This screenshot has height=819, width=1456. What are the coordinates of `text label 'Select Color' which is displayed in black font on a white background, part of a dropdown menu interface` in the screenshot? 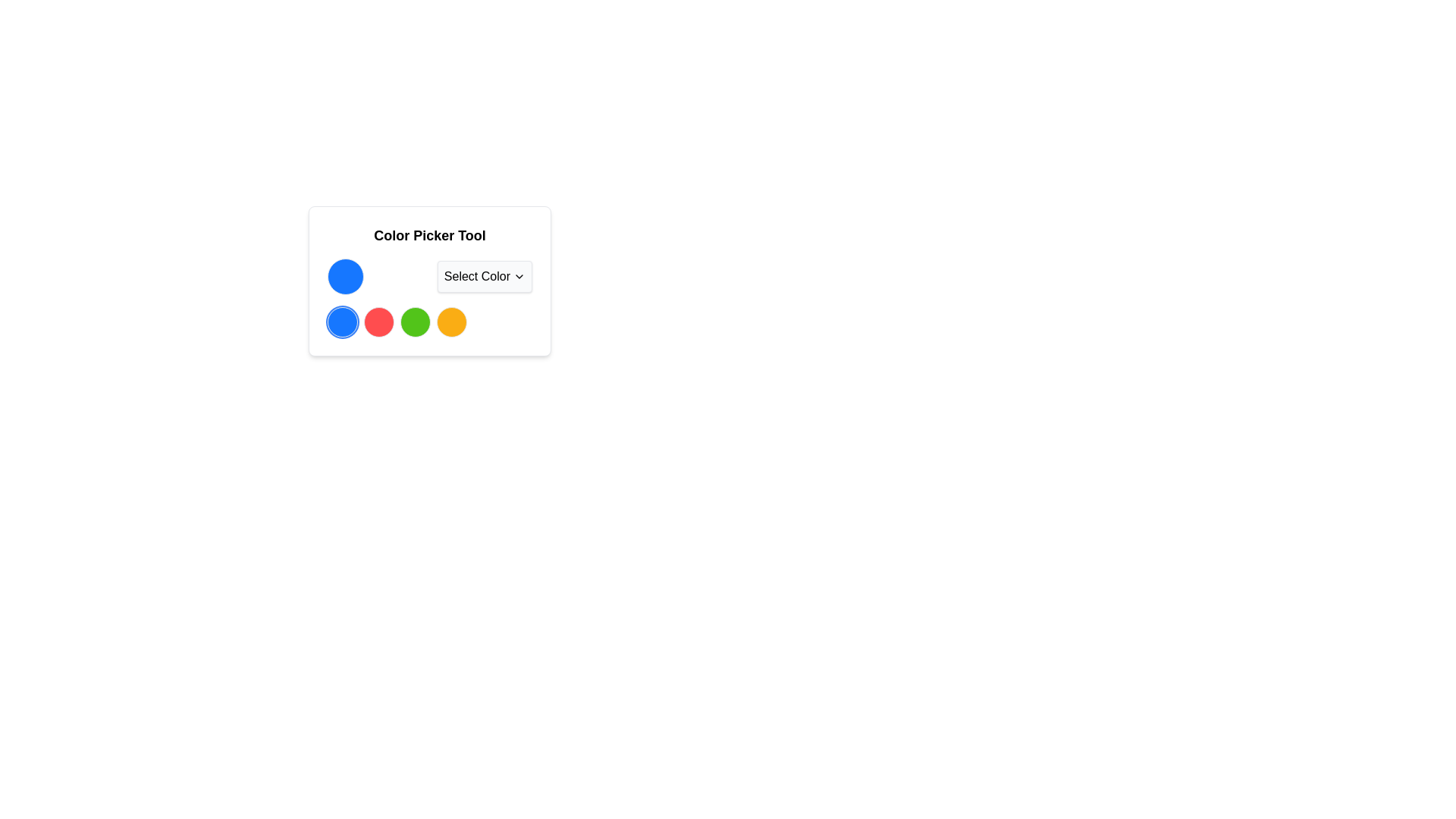 It's located at (476, 277).